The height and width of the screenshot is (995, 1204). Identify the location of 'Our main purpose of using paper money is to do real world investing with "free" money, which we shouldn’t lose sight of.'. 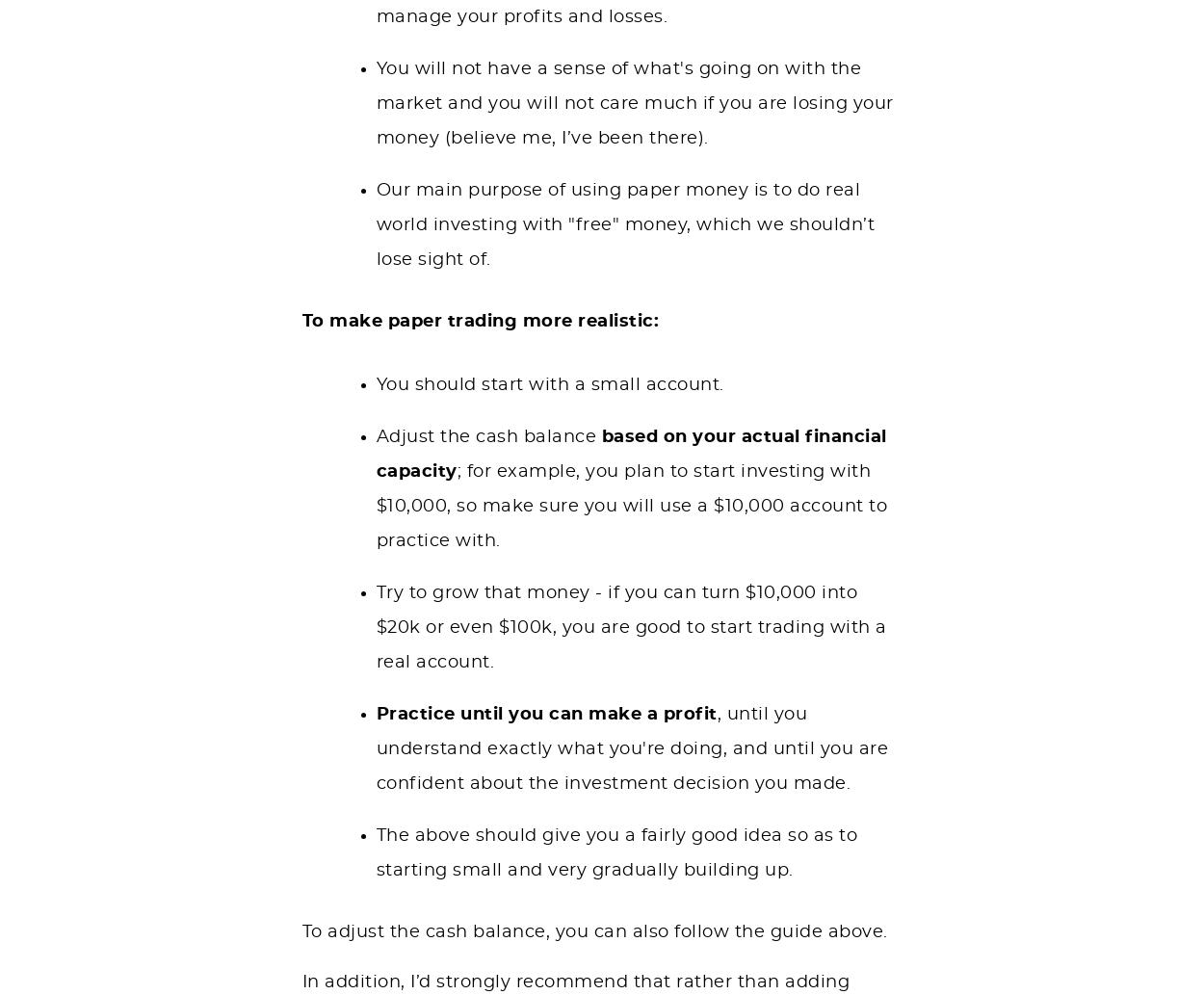
(376, 223).